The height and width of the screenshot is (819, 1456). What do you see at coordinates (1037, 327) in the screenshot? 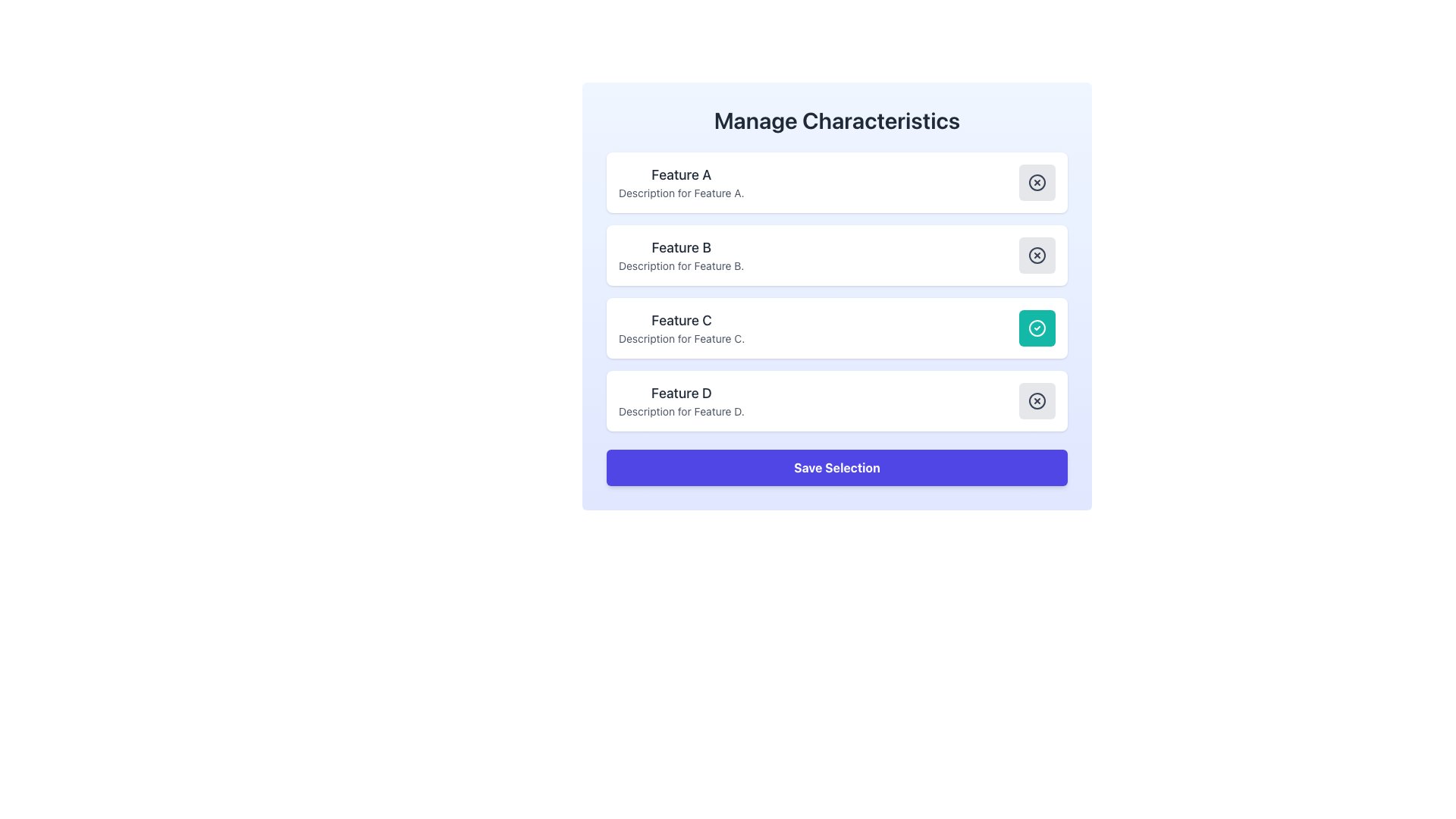
I see `the confirmation icon for 'Feature C', which is located on the rightmost side of the third list item in the interface` at bounding box center [1037, 327].